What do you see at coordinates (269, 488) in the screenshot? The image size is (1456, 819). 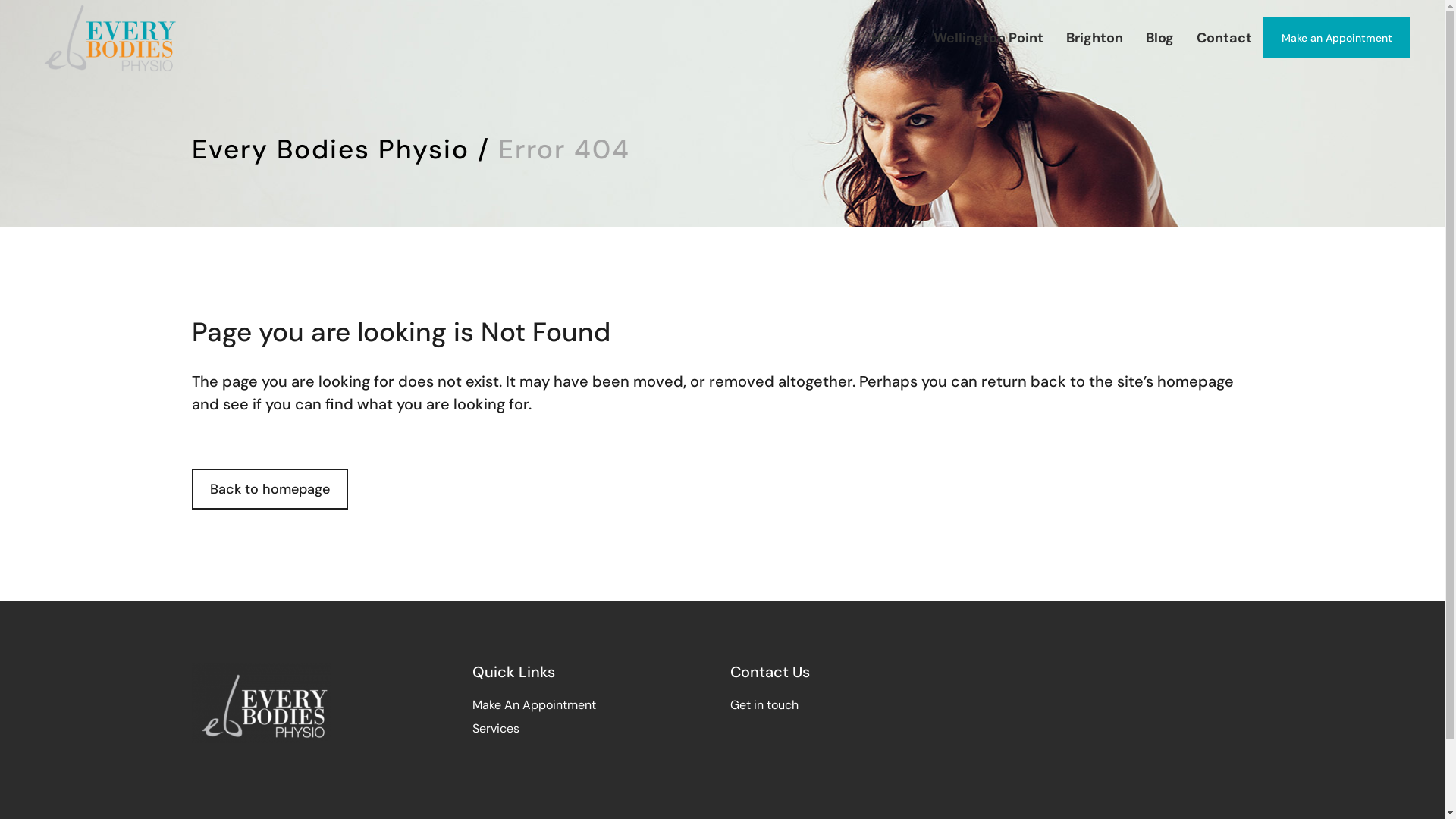 I see `'Back to homepage'` at bounding box center [269, 488].